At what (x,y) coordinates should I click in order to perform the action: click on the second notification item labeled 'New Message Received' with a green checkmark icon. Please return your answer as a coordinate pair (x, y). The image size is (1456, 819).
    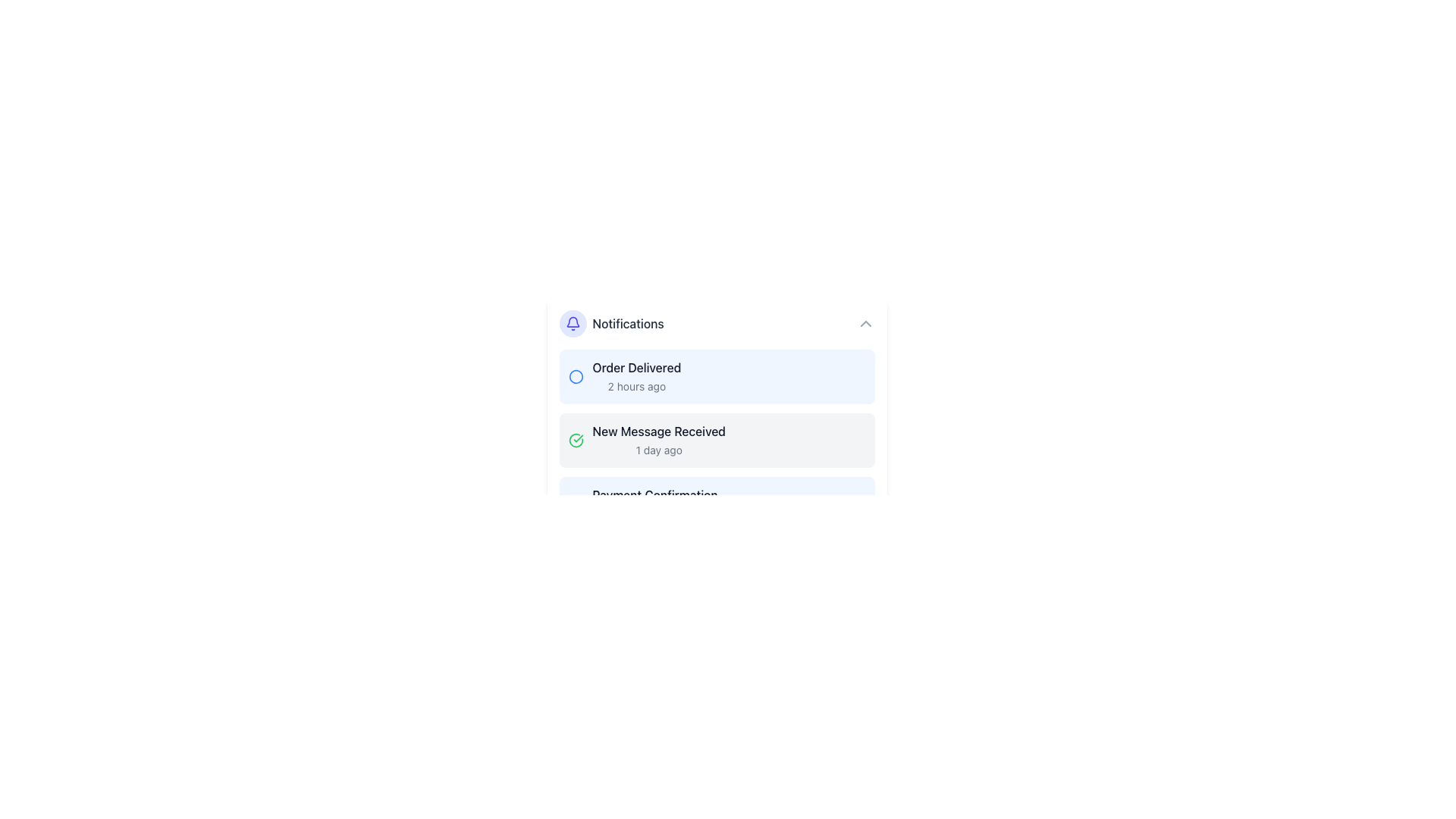
    Looking at the image, I should click on (716, 441).